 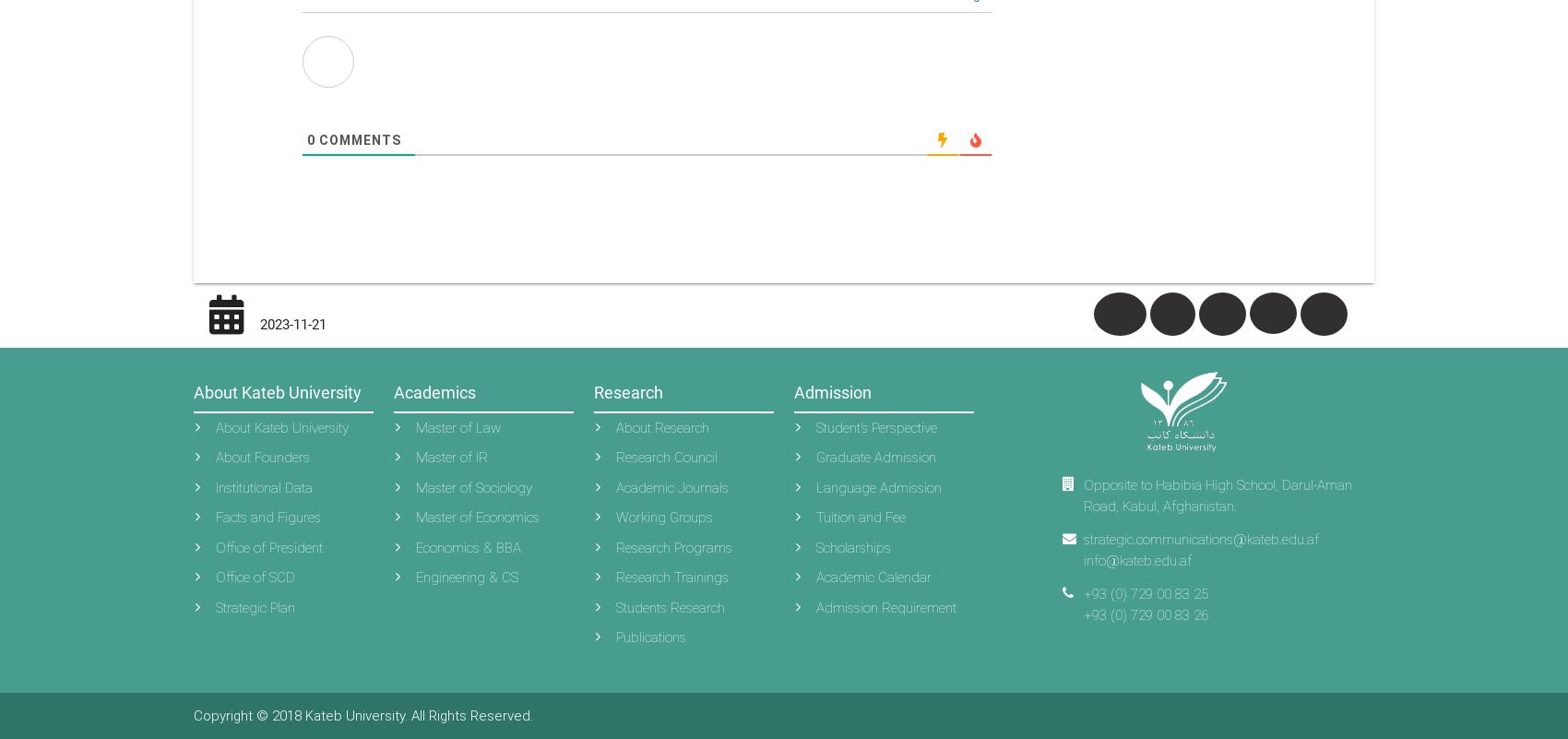 What do you see at coordinates (615, 638) in the screenshot?
I see `'Publications'` at bounding box center [615, 638].